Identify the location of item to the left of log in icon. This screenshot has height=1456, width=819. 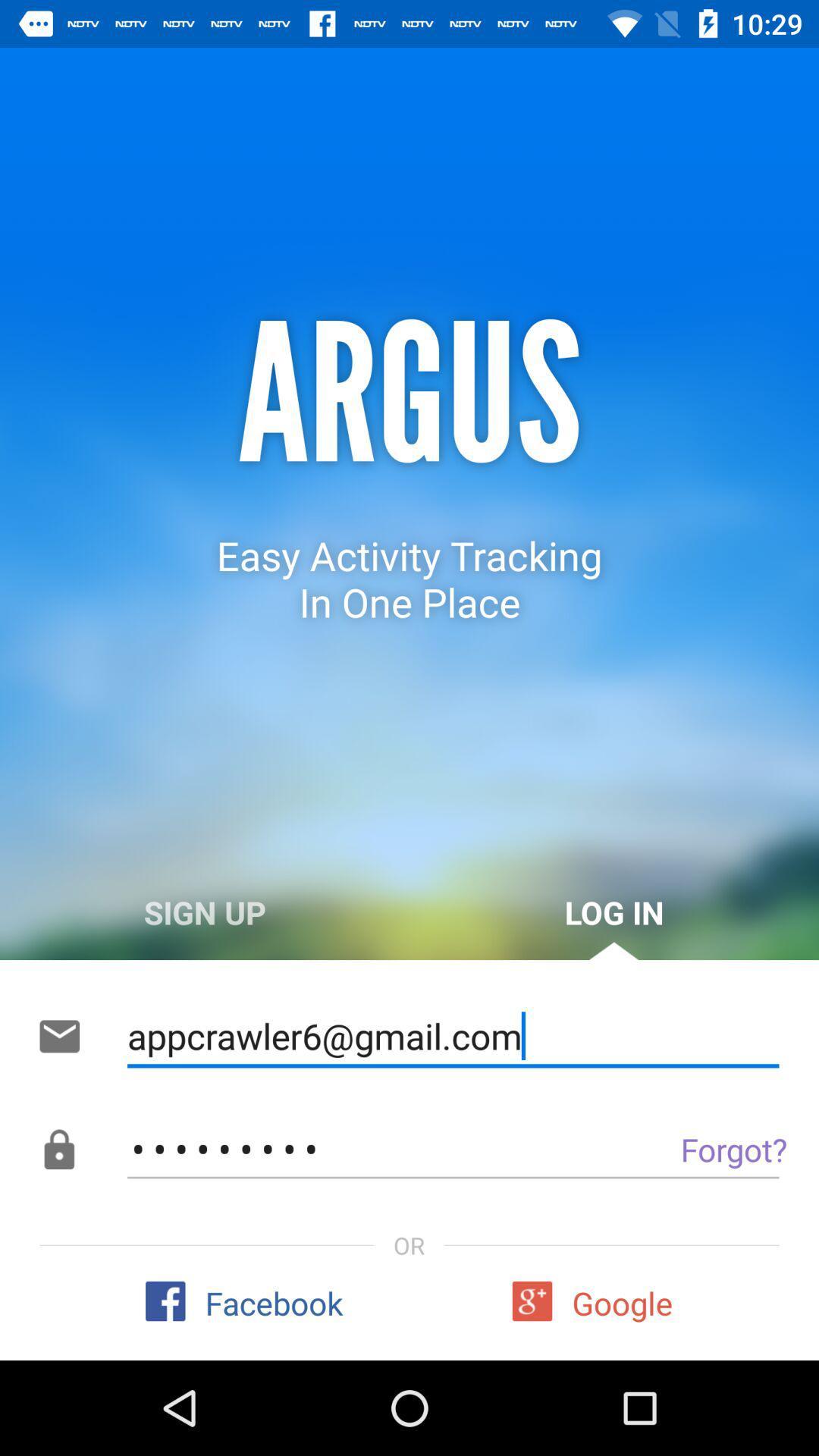
(205, 912).